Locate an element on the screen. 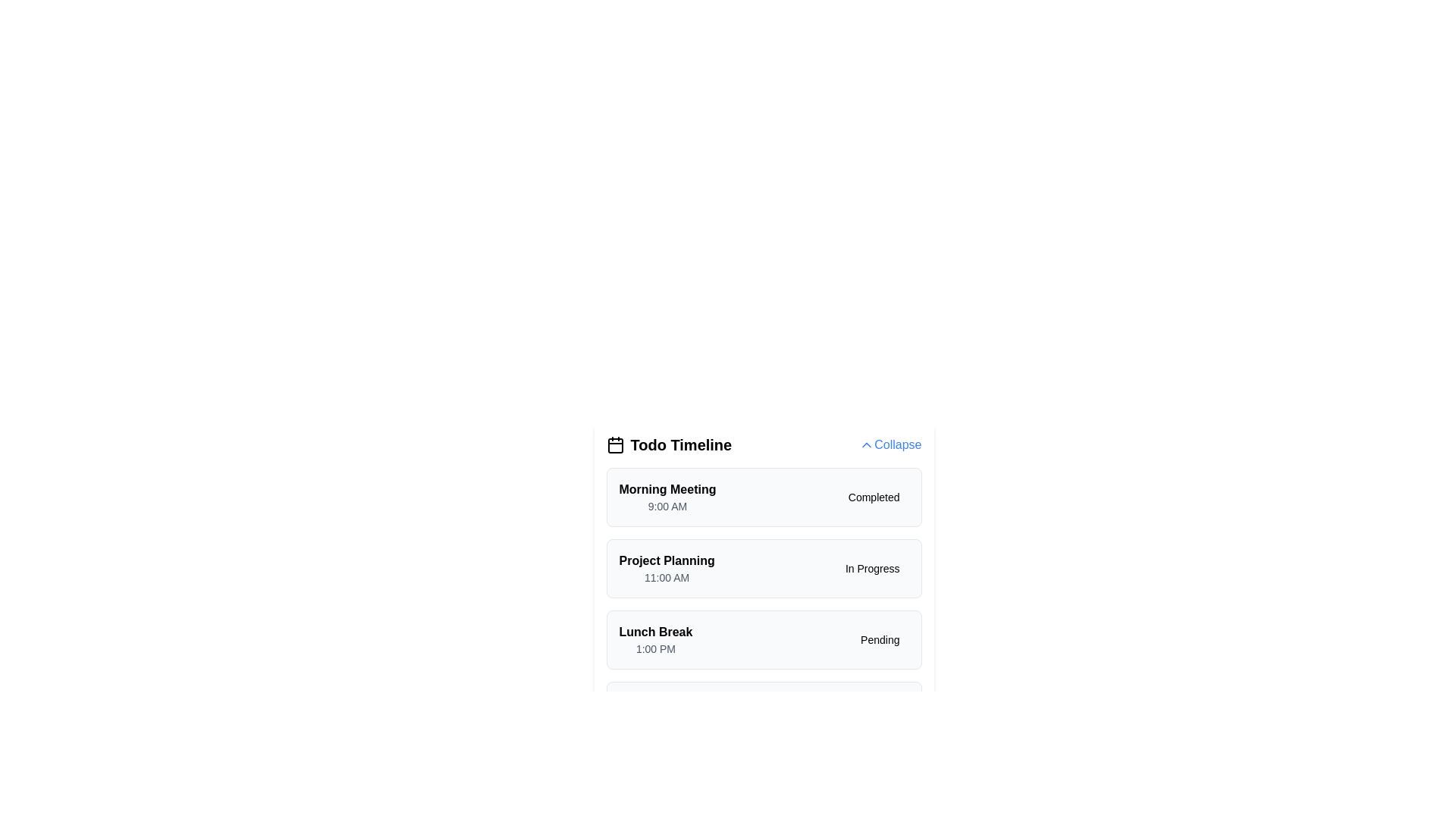  text label 'Lunch Break' which is styled in bold, located above '1:00 PM' in the timeline view is located at coordinates (655, 632).